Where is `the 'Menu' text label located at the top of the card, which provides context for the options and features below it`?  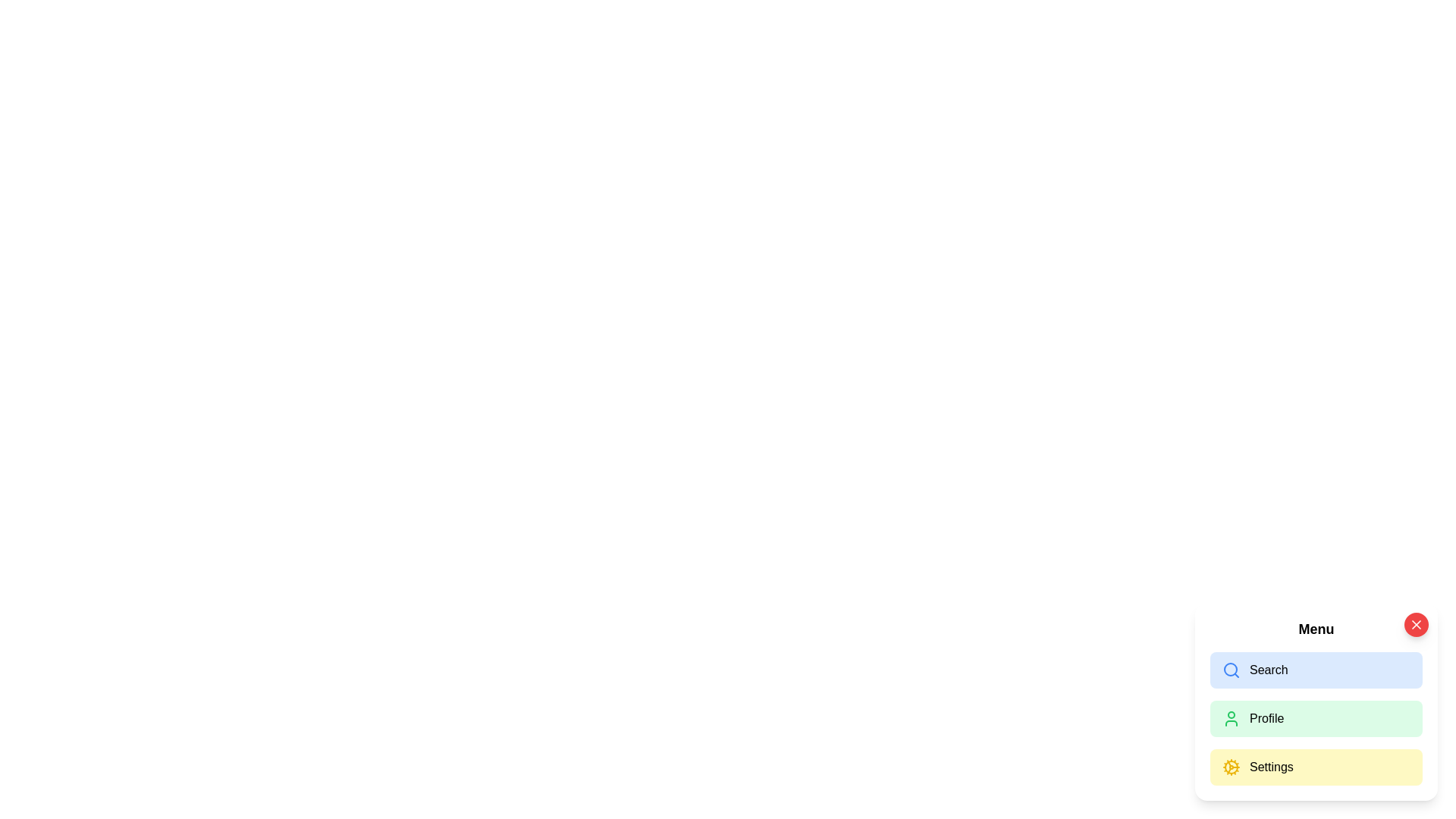
the 'Menu' text label located at the top of the card, which provides context for the options and features below it is located at coordinates (1316, 629).